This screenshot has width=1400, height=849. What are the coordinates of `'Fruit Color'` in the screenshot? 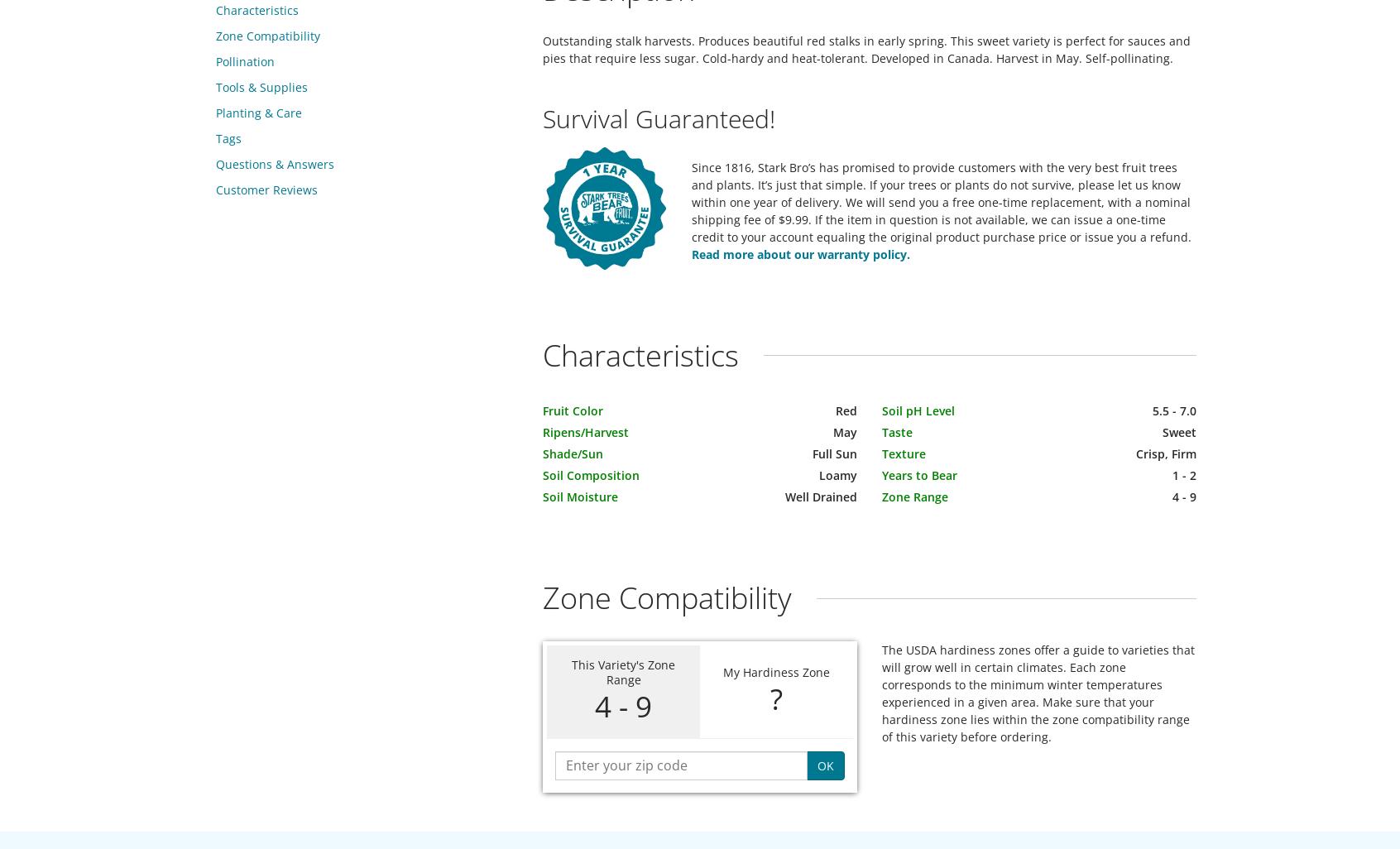 It's located at (573, 410).